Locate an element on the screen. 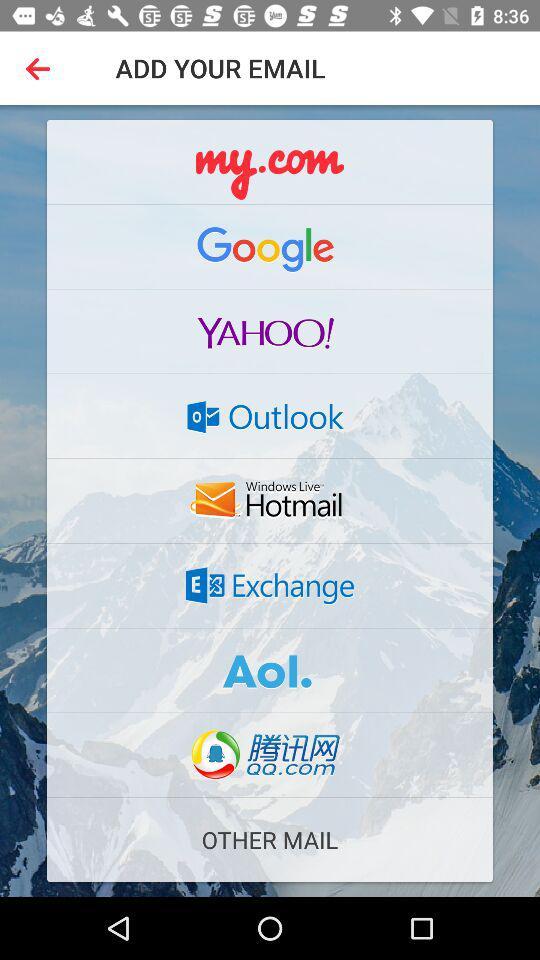  icon next to the add your email item is located at coordinates (42, 68).